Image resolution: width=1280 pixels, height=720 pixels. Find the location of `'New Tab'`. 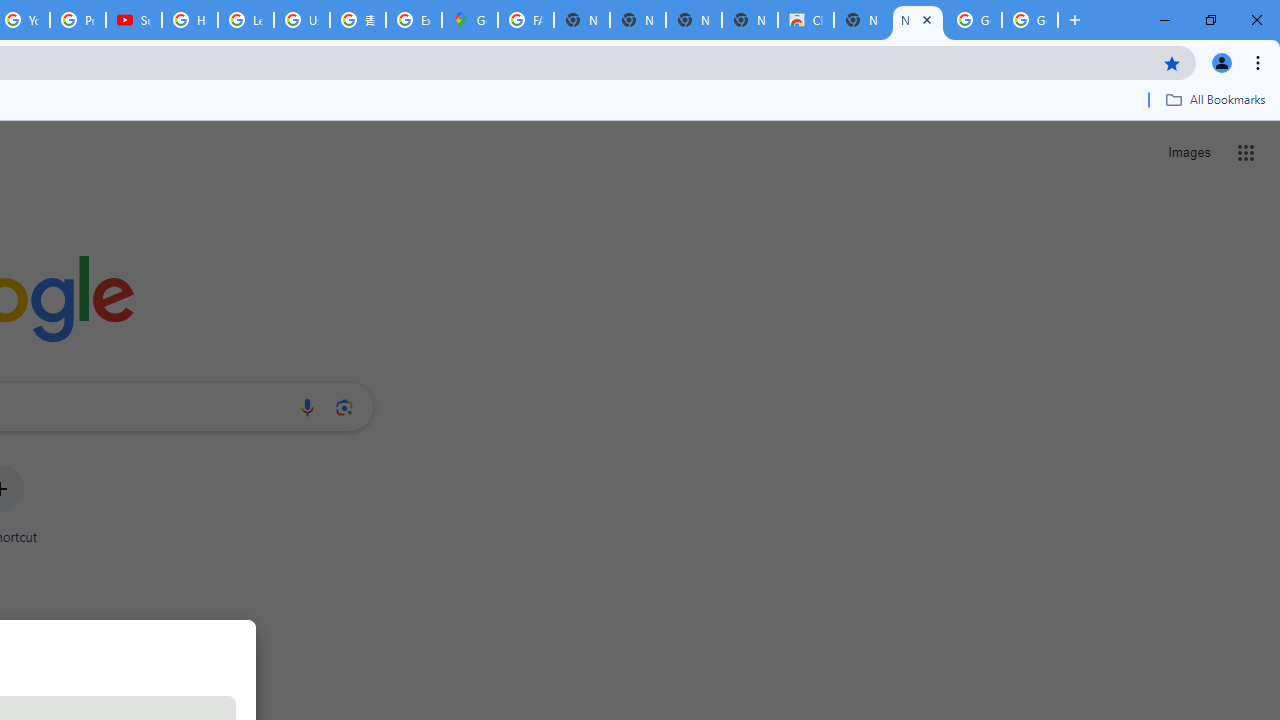

'New Tab' is located at coordinates (916, 20).